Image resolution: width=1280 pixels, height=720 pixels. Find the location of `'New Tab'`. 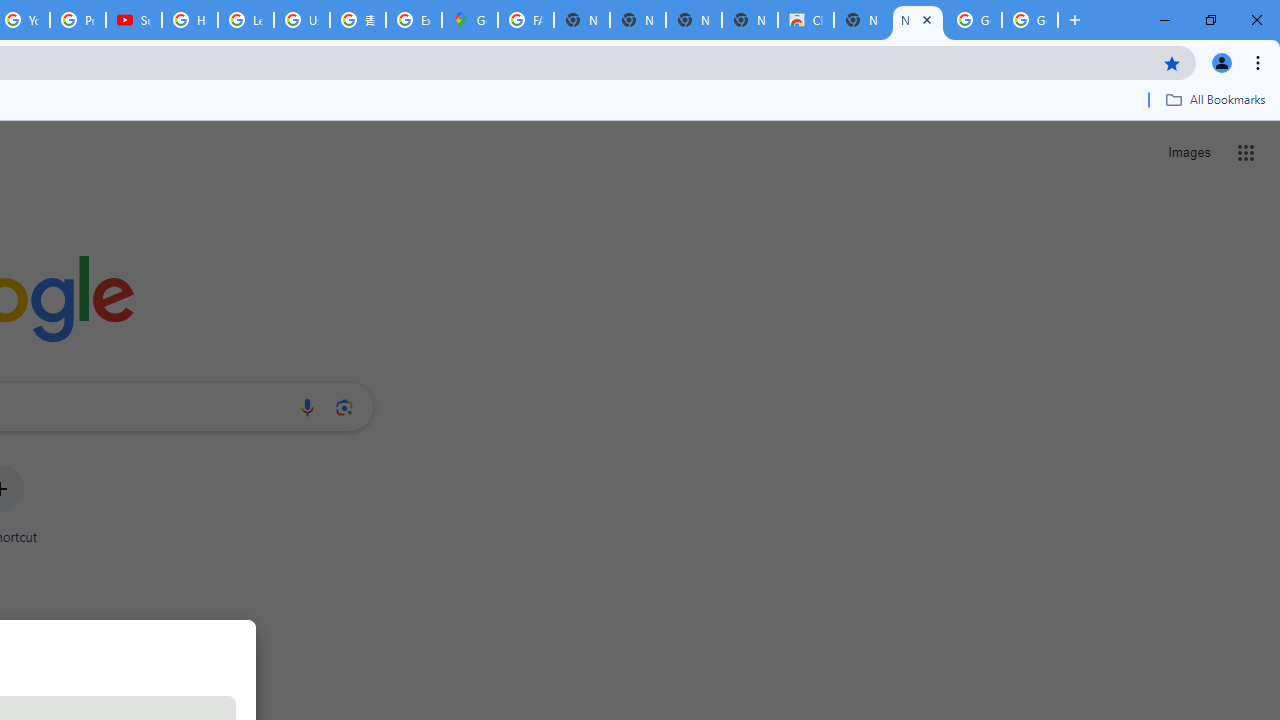

'New Tab' is located at coordinates (916, 20).